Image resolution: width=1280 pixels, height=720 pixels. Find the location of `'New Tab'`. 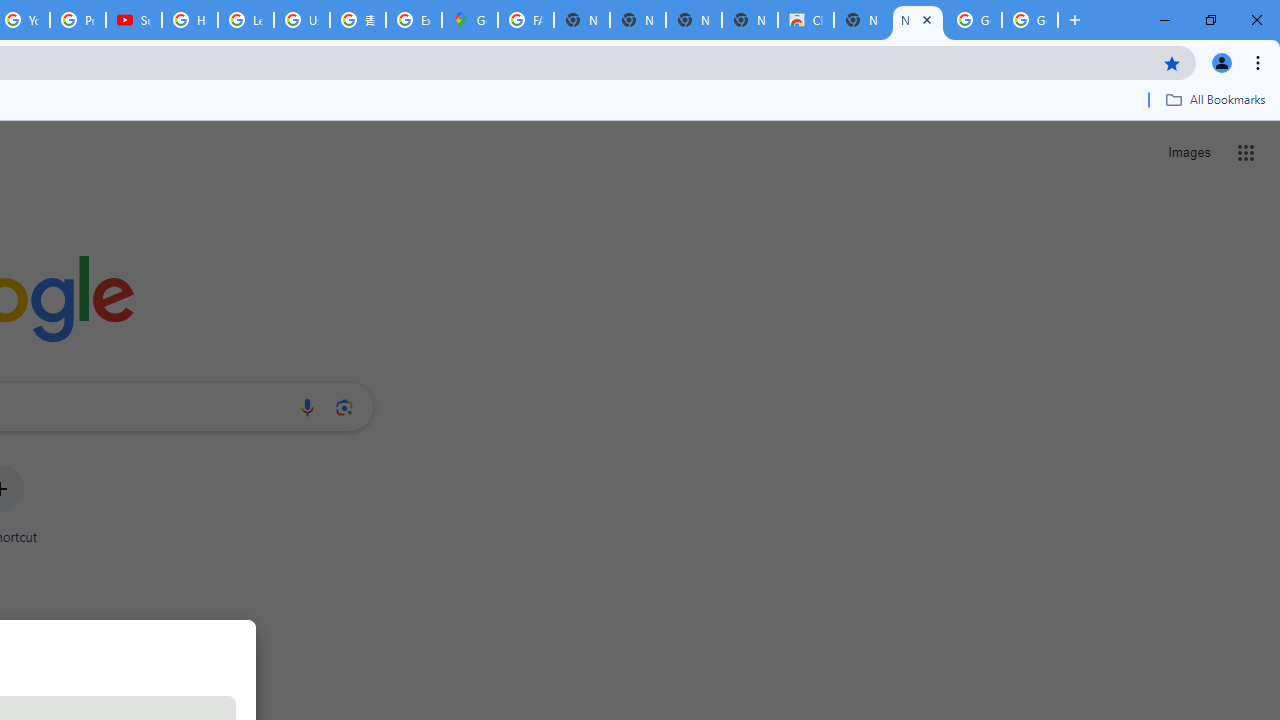

'New Tab' is located at coordinates (916, 20).